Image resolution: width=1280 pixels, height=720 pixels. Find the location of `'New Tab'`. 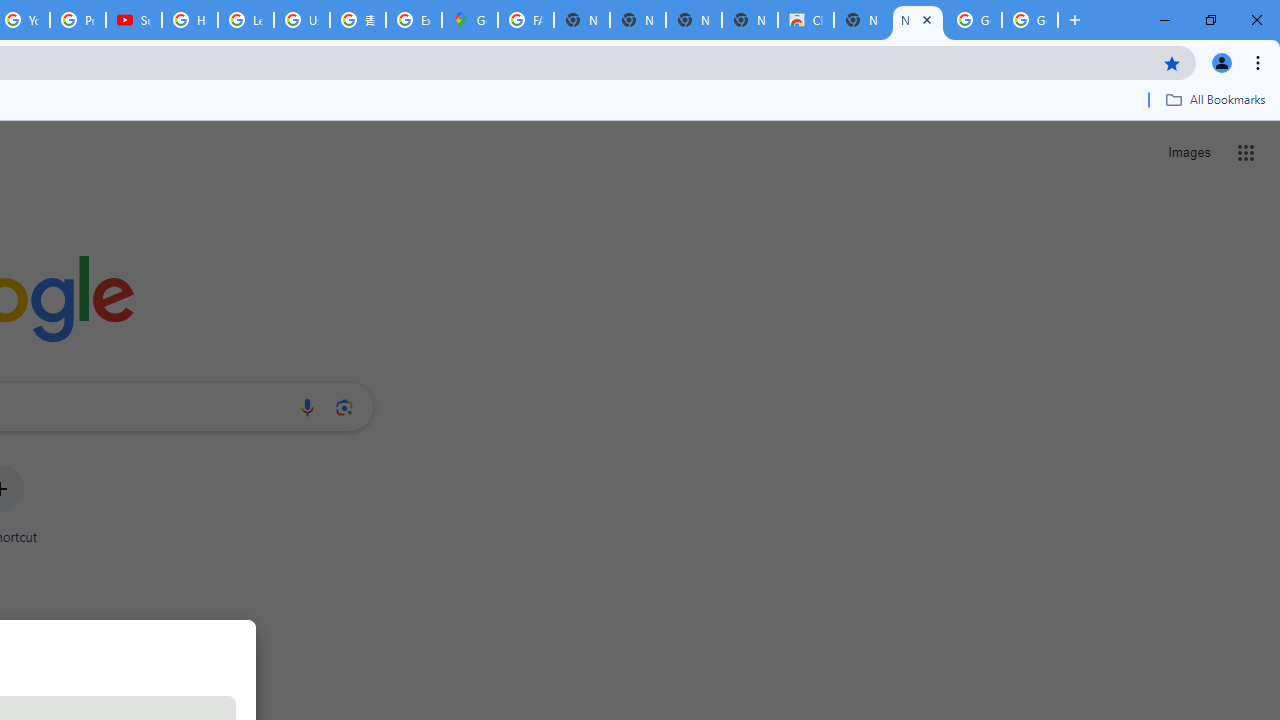

'New Tab' is located at coordinates (916, 20).